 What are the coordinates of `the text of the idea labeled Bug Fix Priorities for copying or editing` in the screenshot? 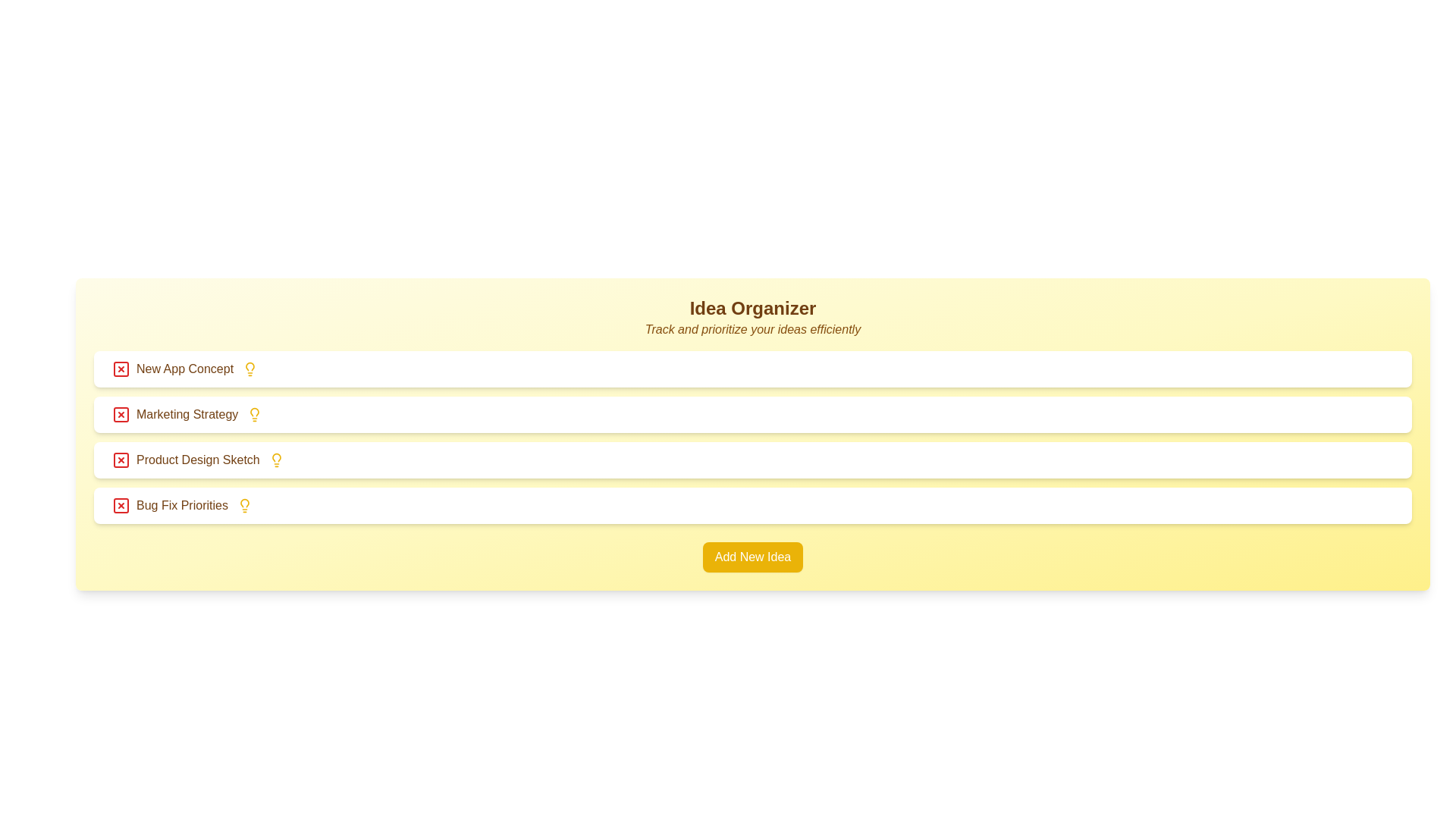 It's located at (170, 506).